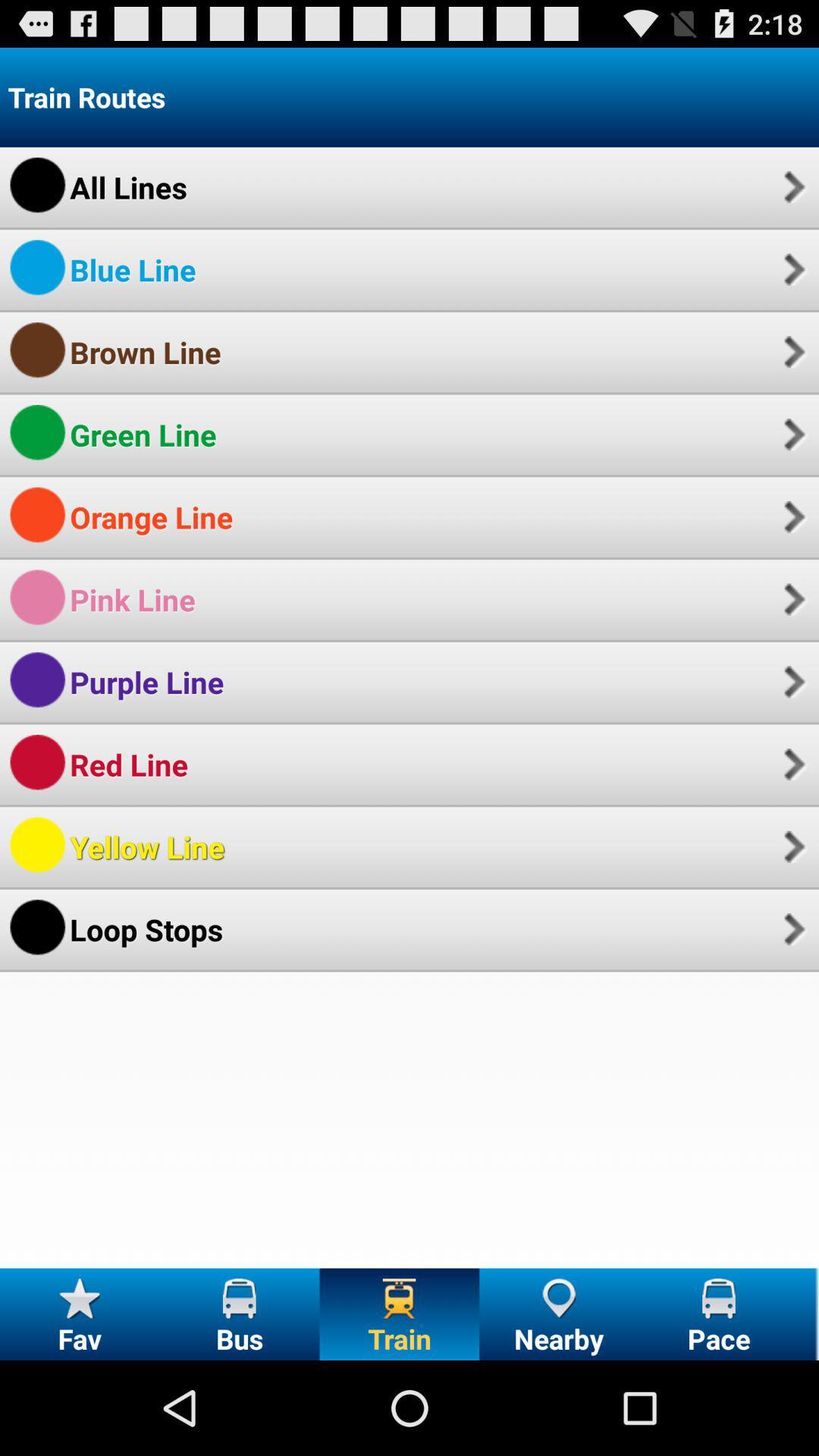  Describe the element at coordinates (127, 187) in the screenshot. I see `the icon below the train routes app` at that location.